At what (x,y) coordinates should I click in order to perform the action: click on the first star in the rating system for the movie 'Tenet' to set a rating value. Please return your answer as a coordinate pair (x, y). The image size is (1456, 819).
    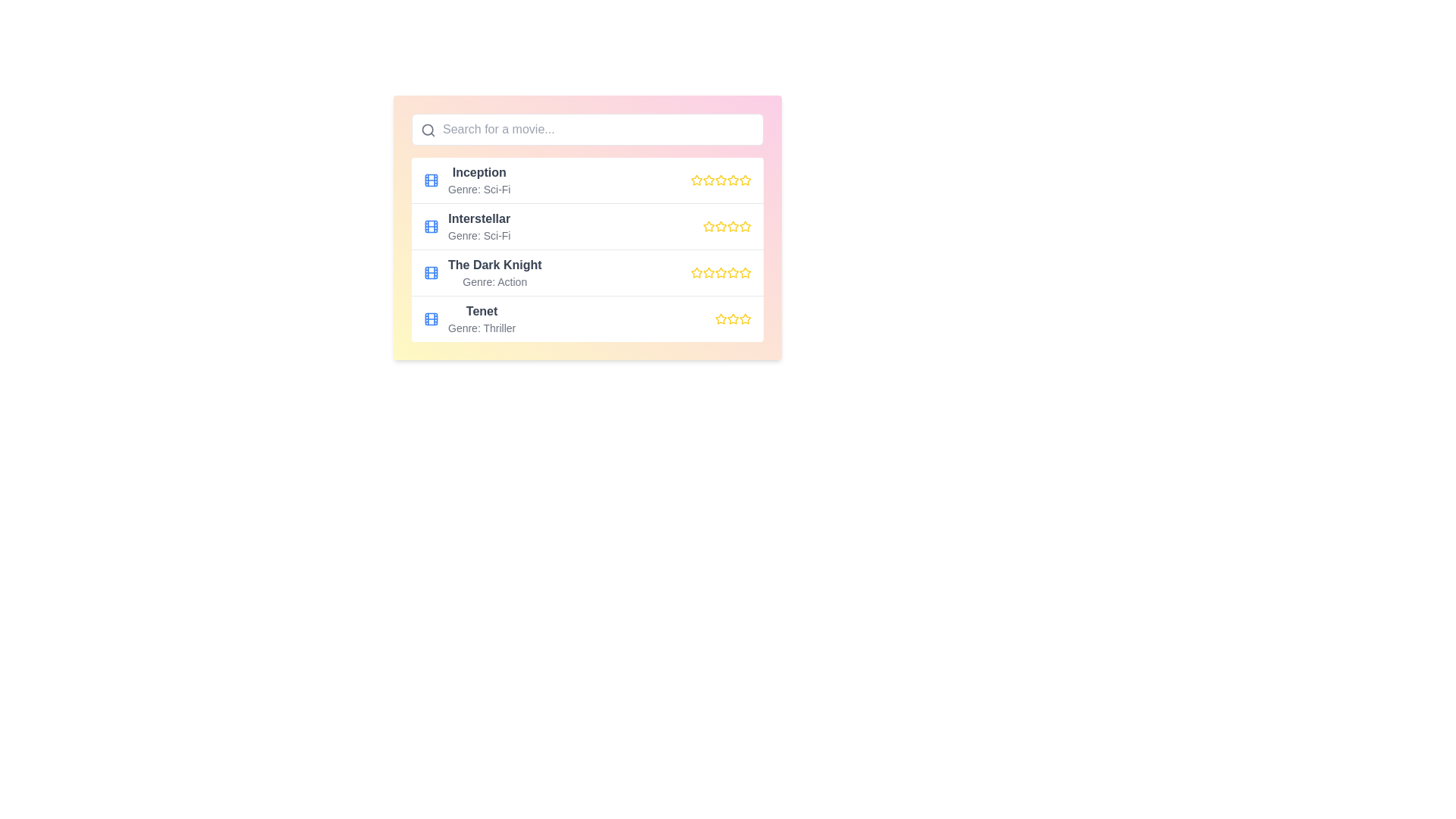
    Looking at the image, I should click on (720, 318).